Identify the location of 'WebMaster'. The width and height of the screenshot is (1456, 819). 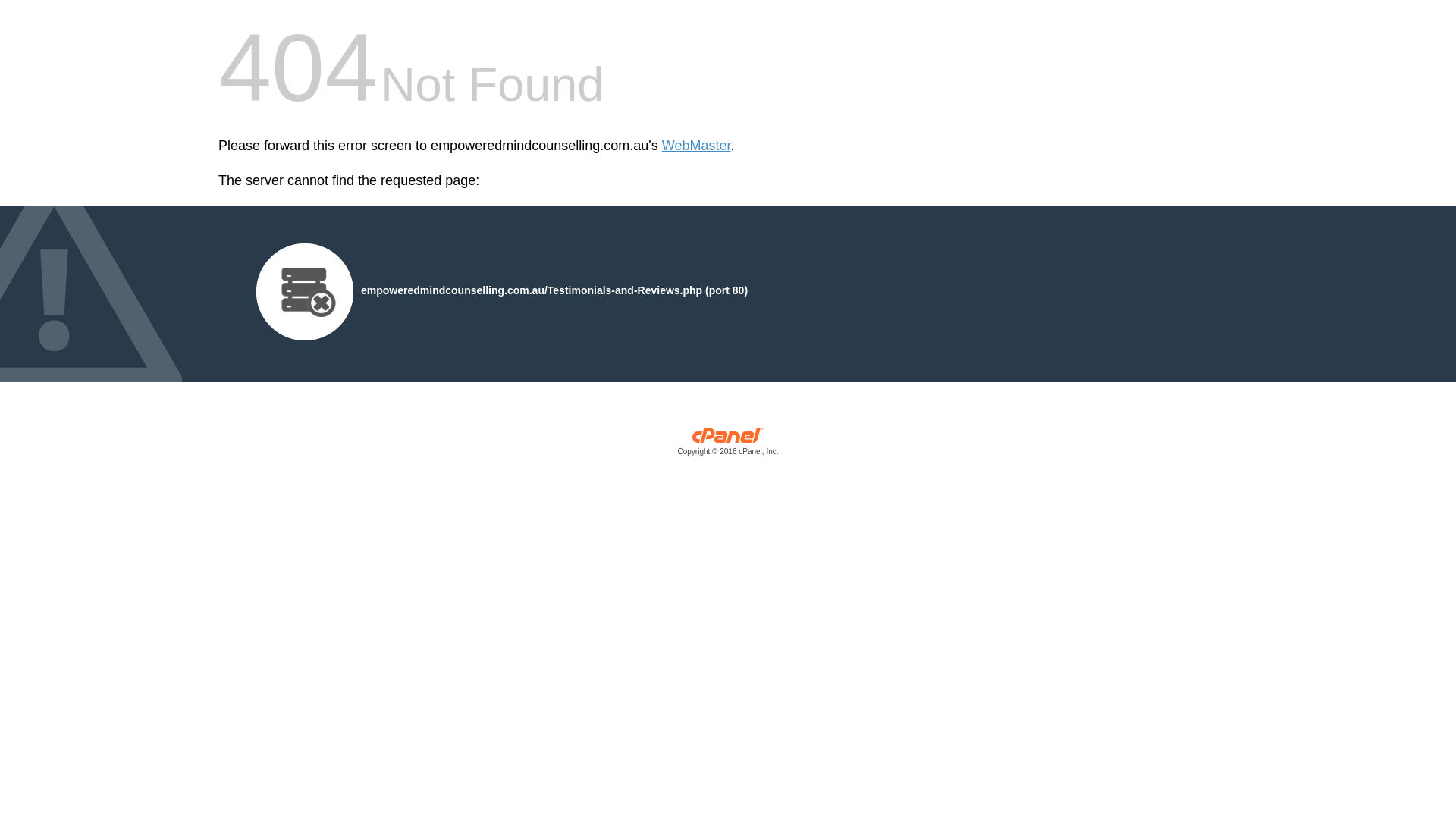
(695, 146).